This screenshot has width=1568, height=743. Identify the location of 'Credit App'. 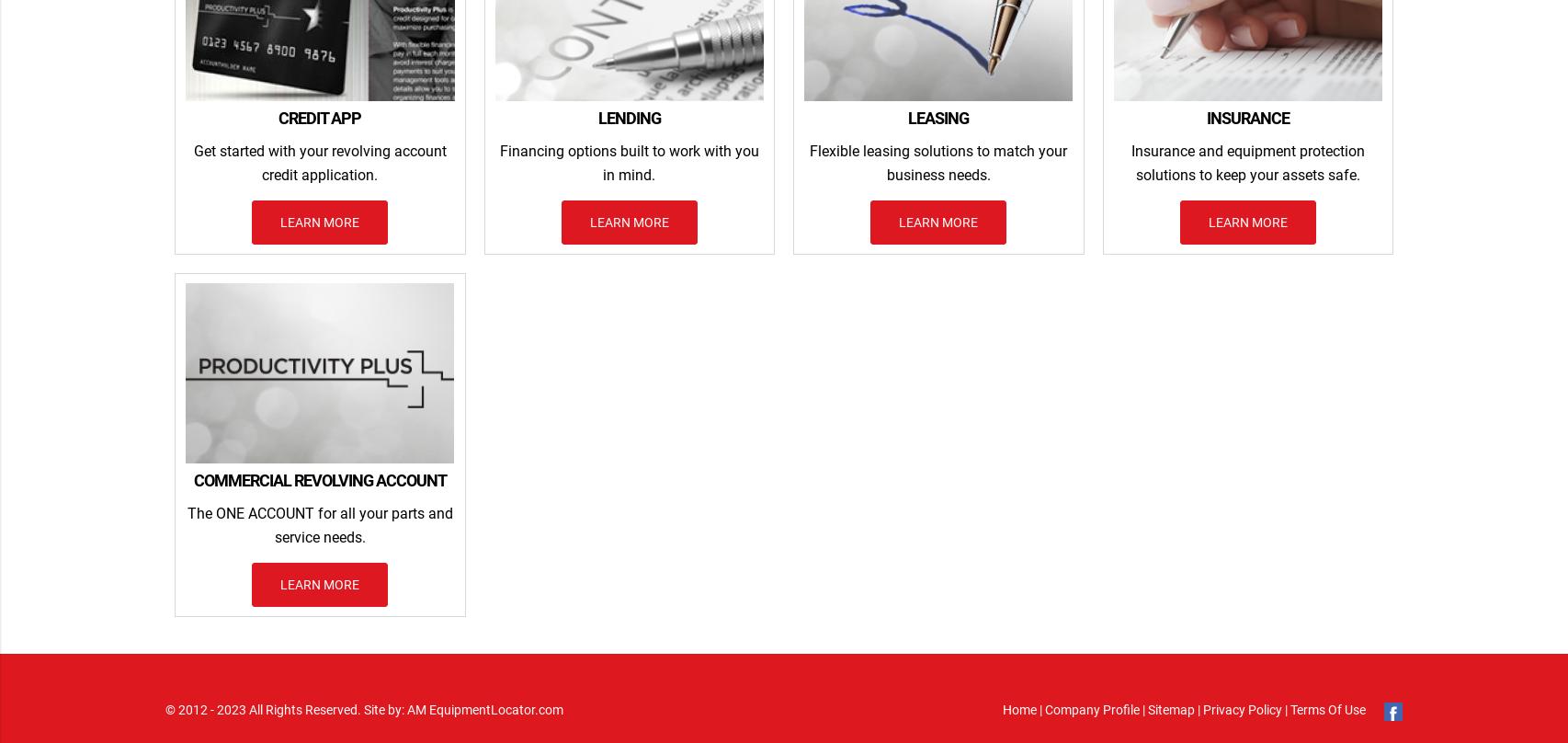
(320, 116).